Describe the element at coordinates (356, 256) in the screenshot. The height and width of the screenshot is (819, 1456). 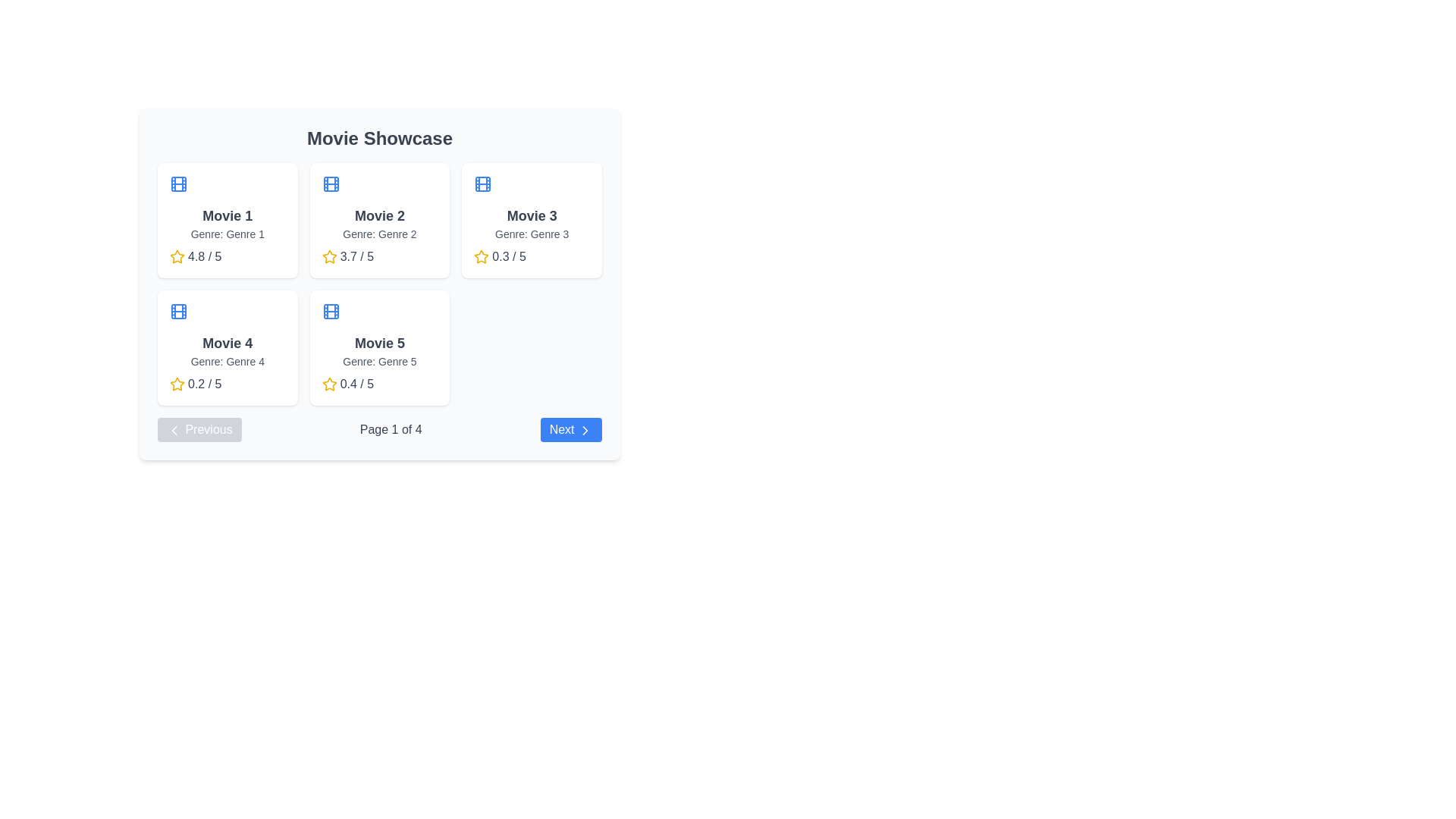
I see `the static text displaying the rating '3.7 / 5' that is located below 'Movie 2' and adjacent to a yellow star icon in the second card of the grid layout` at that location.